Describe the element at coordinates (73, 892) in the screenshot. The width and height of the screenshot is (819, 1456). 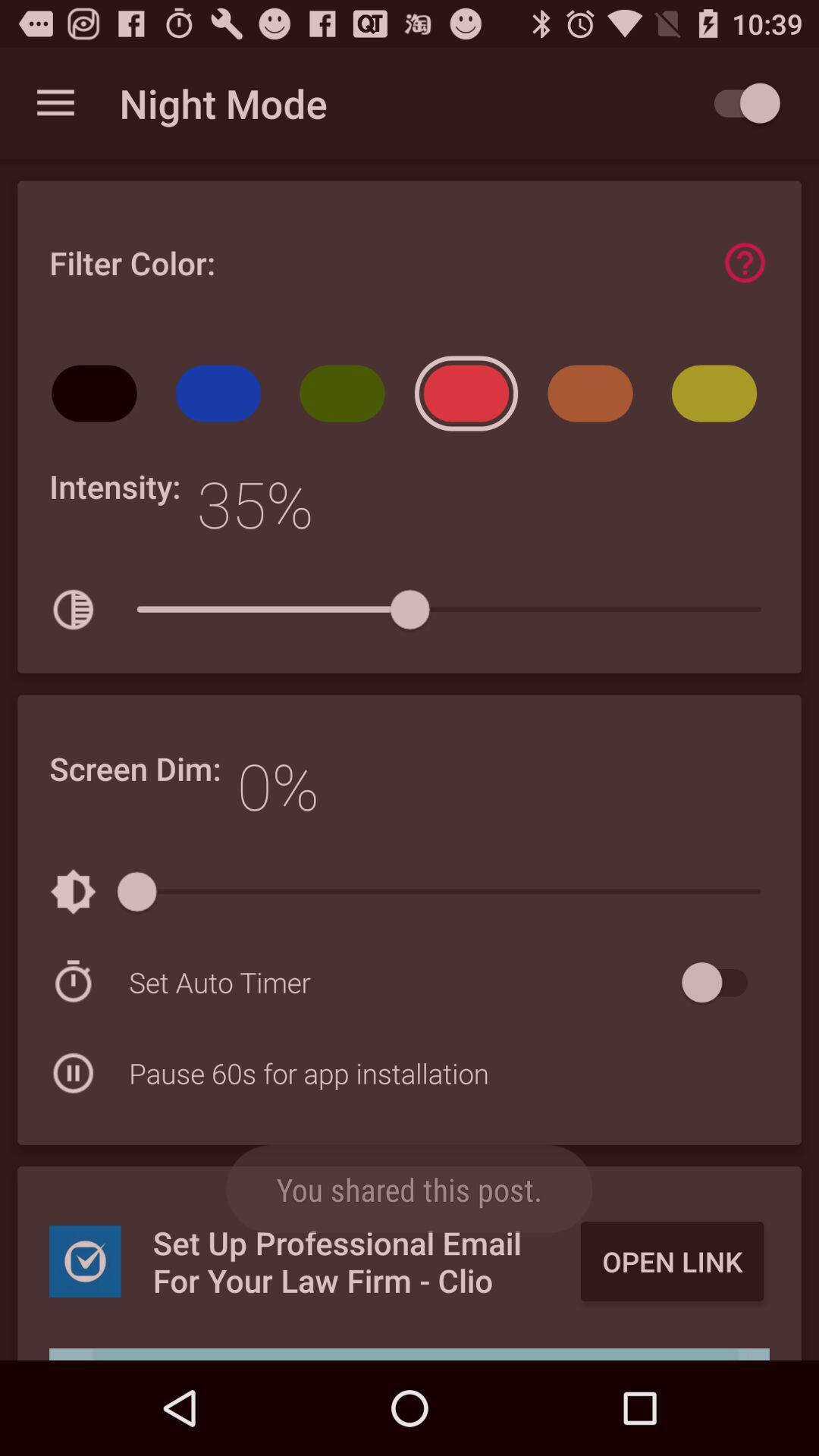
I see `the first icon below the text screen dim` at that location.